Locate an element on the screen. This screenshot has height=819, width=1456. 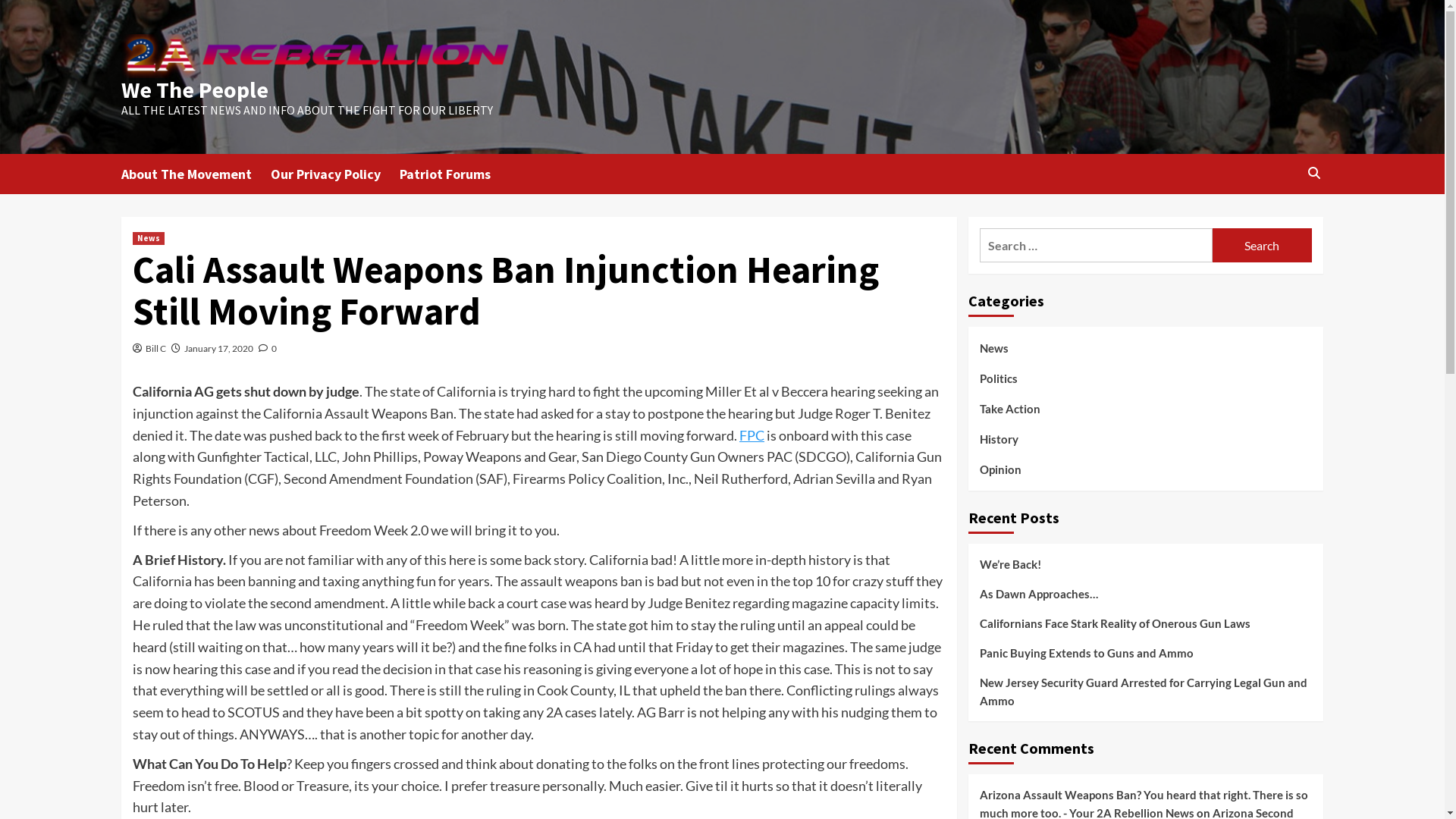
'Take Action' is located at coordinates (1010, 414).